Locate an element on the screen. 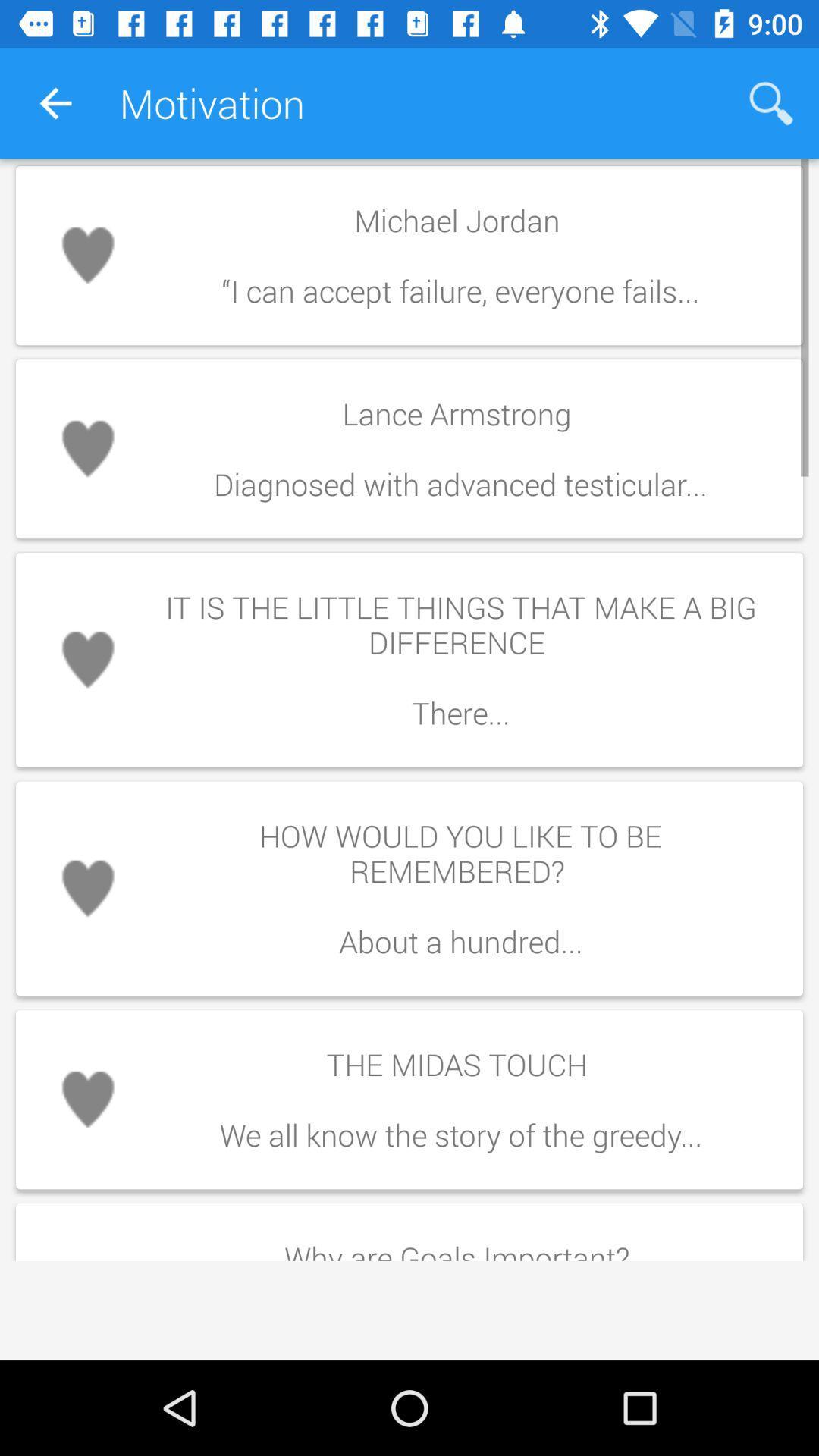 The width and height of the screenshot is (819, 1456). the midas touch icon is located at coordinates (460, 1100).